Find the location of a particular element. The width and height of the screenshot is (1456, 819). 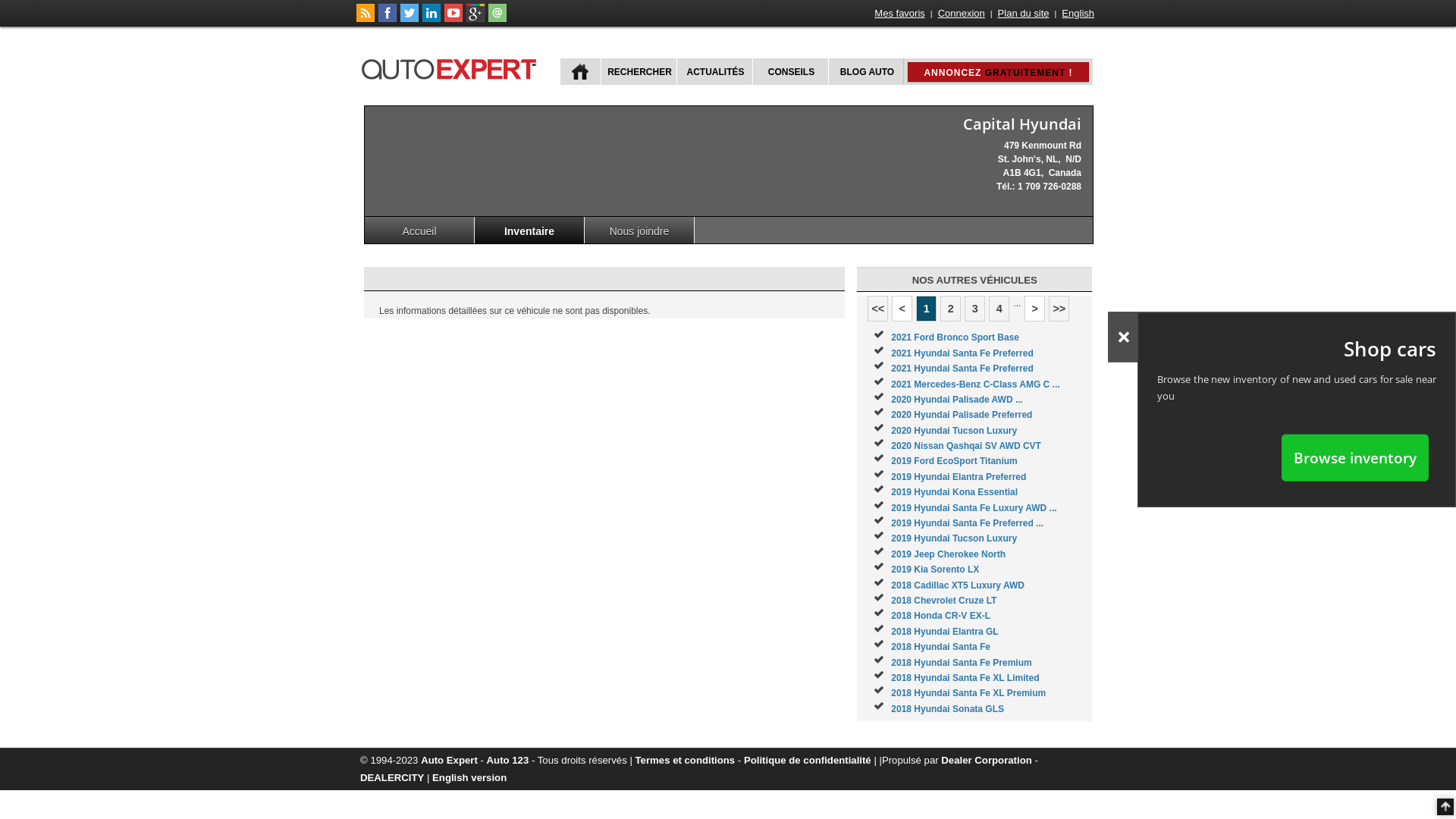

'2' is located at coordinates (949, 308).